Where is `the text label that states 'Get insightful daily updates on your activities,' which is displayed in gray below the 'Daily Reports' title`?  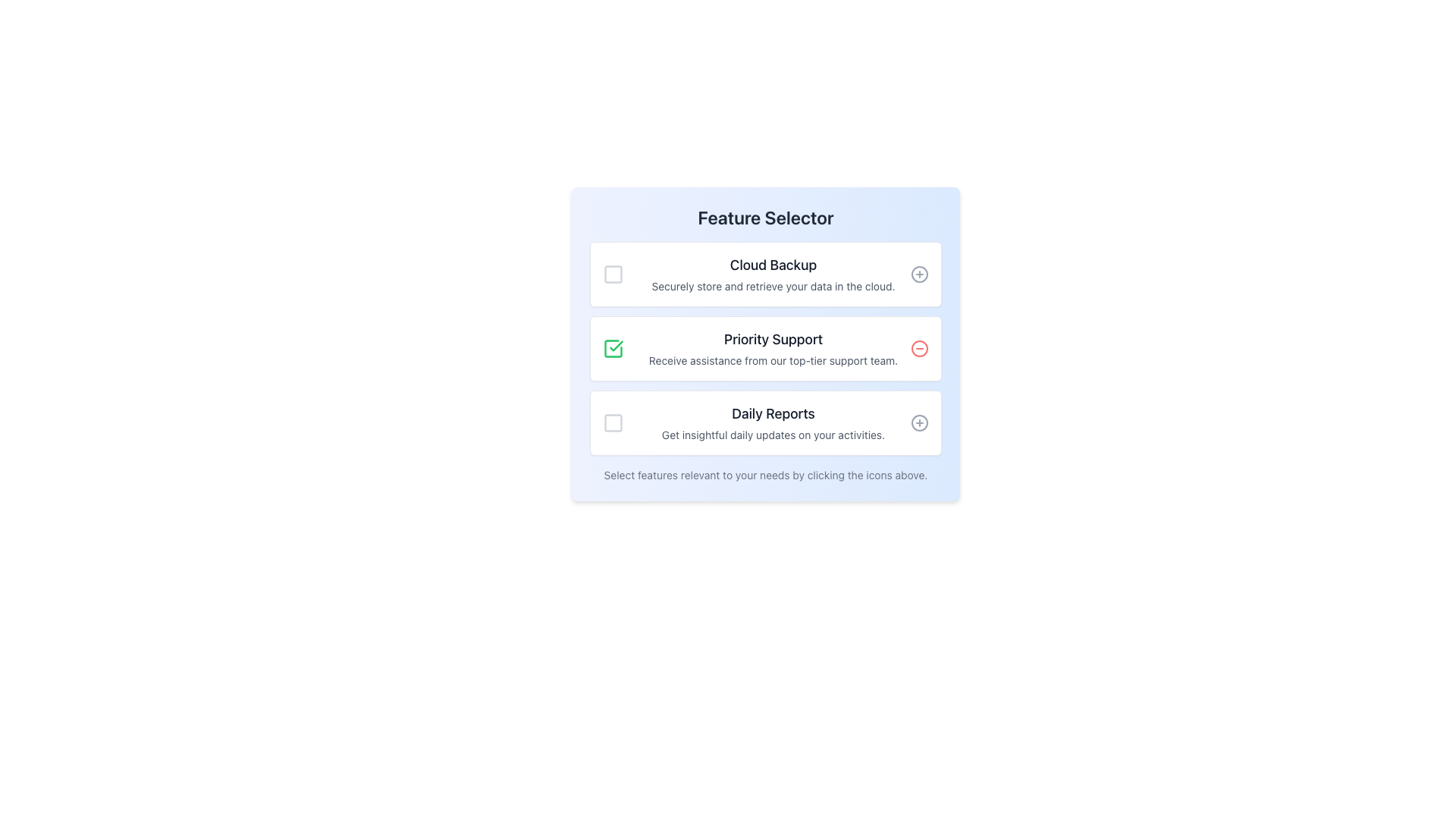 the text label that states 'Get insightful daily updates on your activities,' which is displayed in gray below the 'Daily Reports' title is located at coordinates (773, 435).